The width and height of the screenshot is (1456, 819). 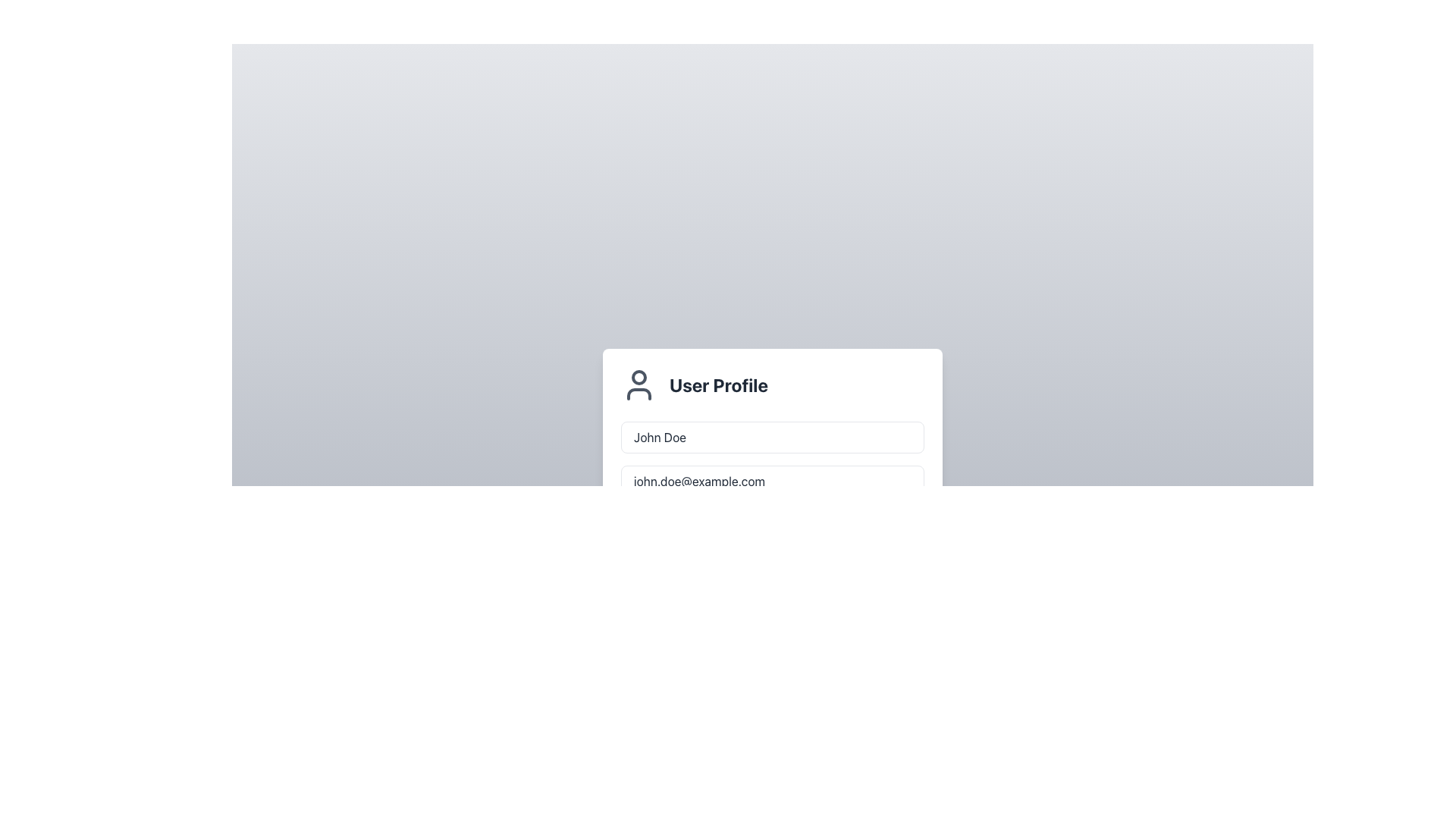 I want to click on the email input field to focus it, which is the second interactive component in a vertical stack, located below the 'John Doe' input field and above the 'Save Changes' button, so click(x=772, y=482).